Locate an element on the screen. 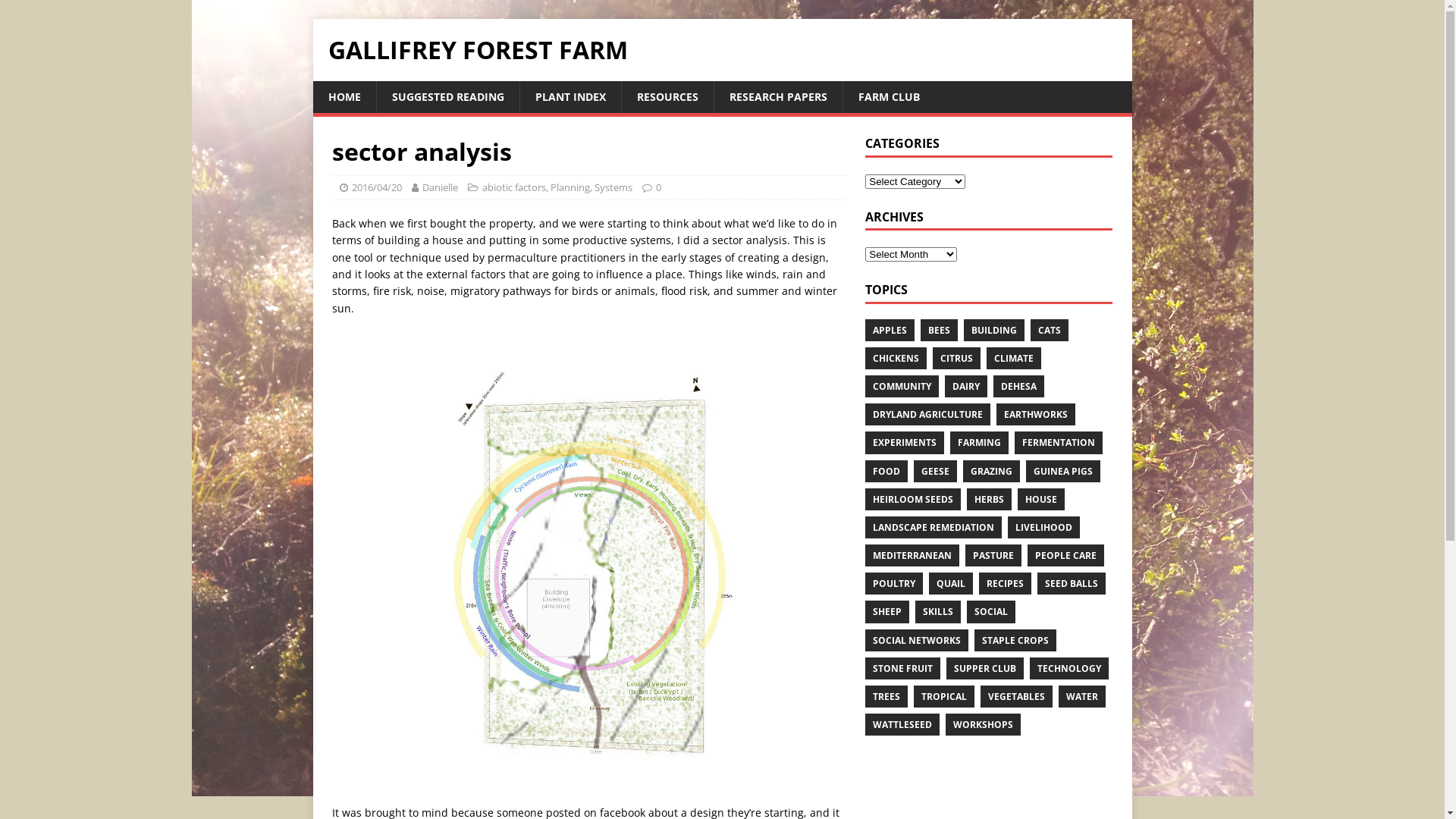  'SEED BALLS' is located at coordinates (1037, 582).